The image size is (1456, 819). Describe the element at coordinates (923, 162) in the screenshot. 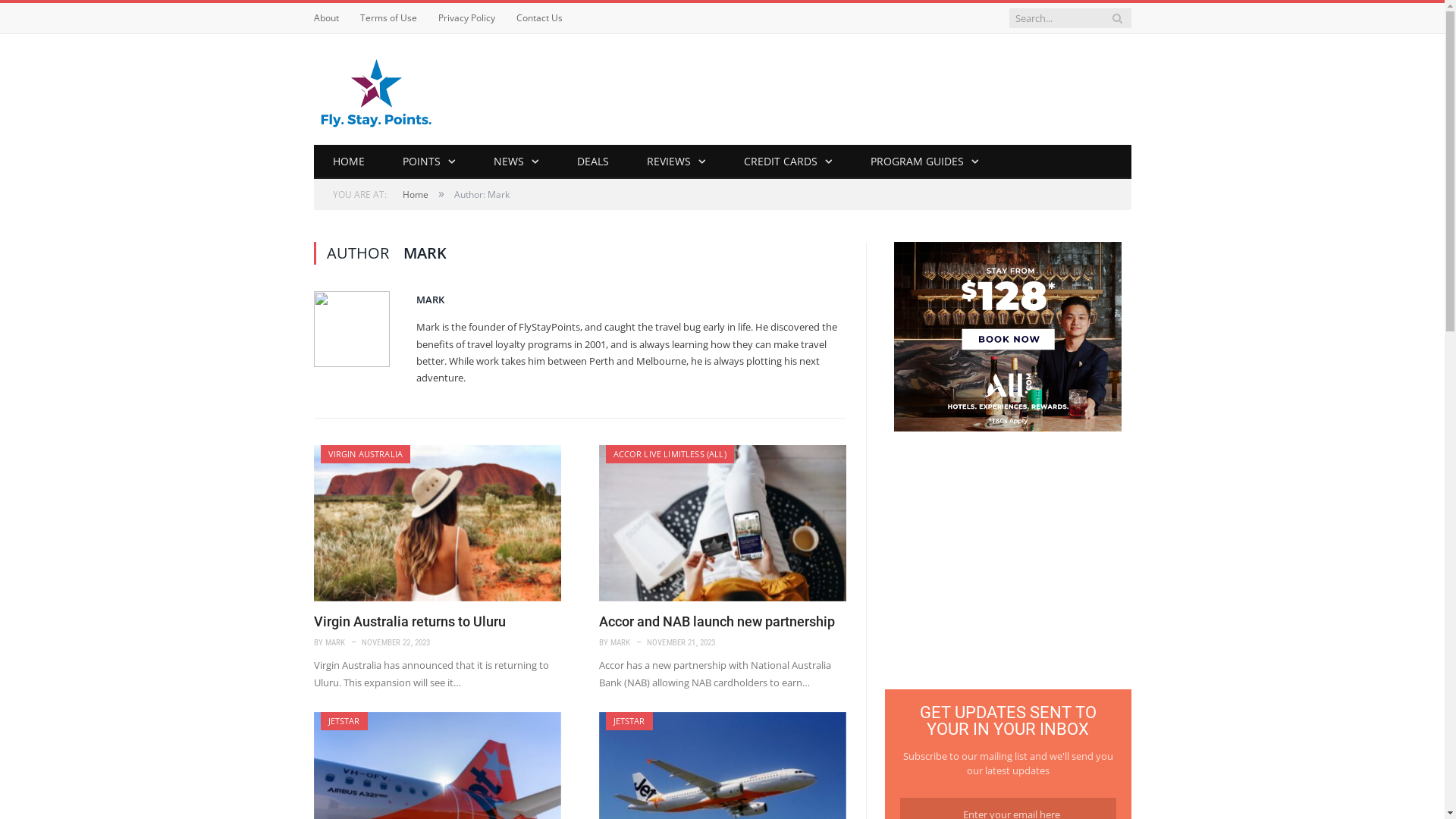

I see `'PROGRAM GUIDES'` at that location.